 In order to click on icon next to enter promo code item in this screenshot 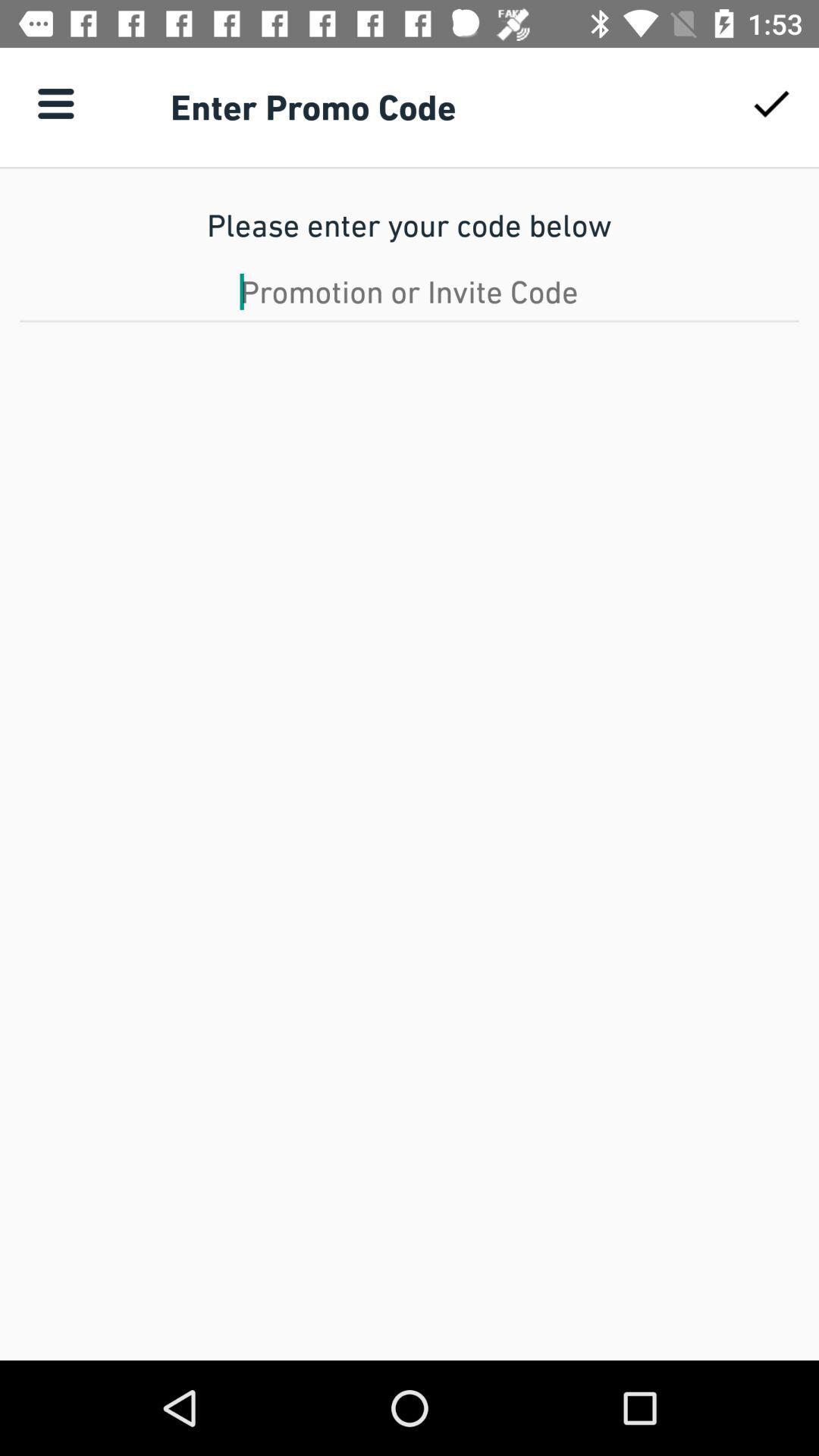, I will do `click(771, 102)`.